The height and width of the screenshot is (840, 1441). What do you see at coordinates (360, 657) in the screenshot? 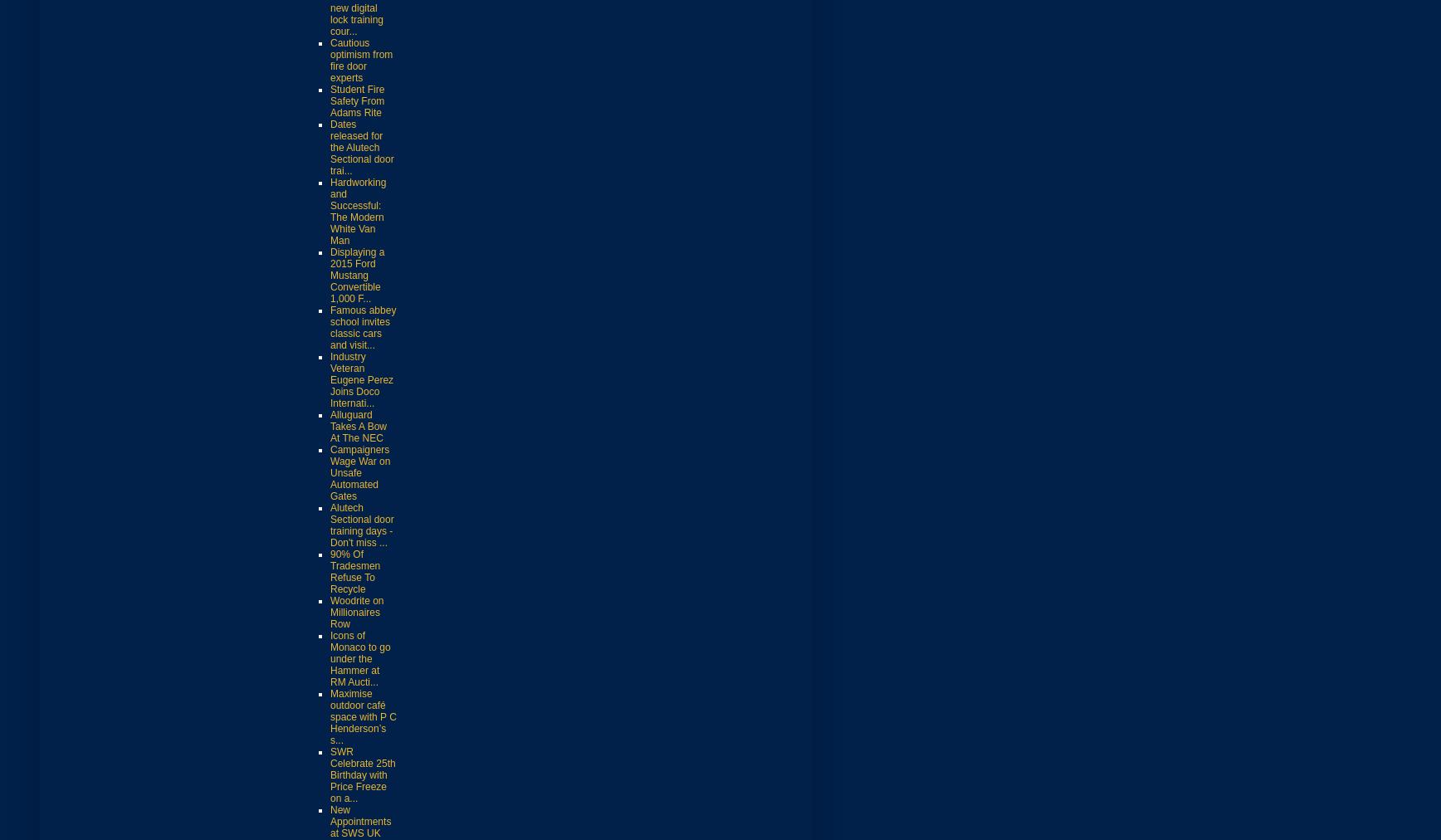
I see `'Icons of Monaco to go under the Hammer at RM Aucti...'` at bounding box center [360, 657].